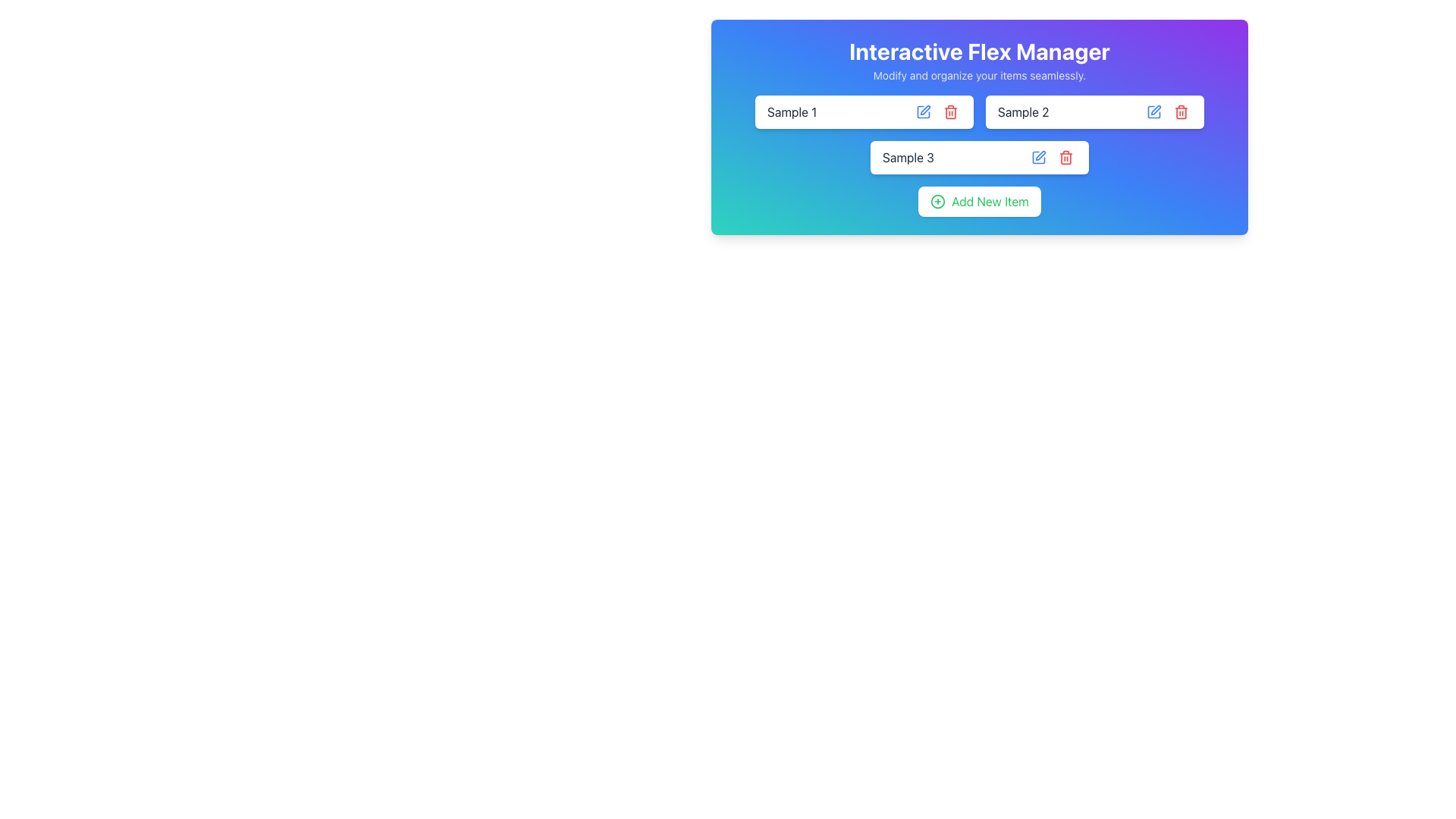  What do you see at coordinates (1065, 158) in the screenshot?
I see `the red trash icon button located to the right of the 'Sample 3' text field to initiate the deletion process` at bounding box center [1065, 158].